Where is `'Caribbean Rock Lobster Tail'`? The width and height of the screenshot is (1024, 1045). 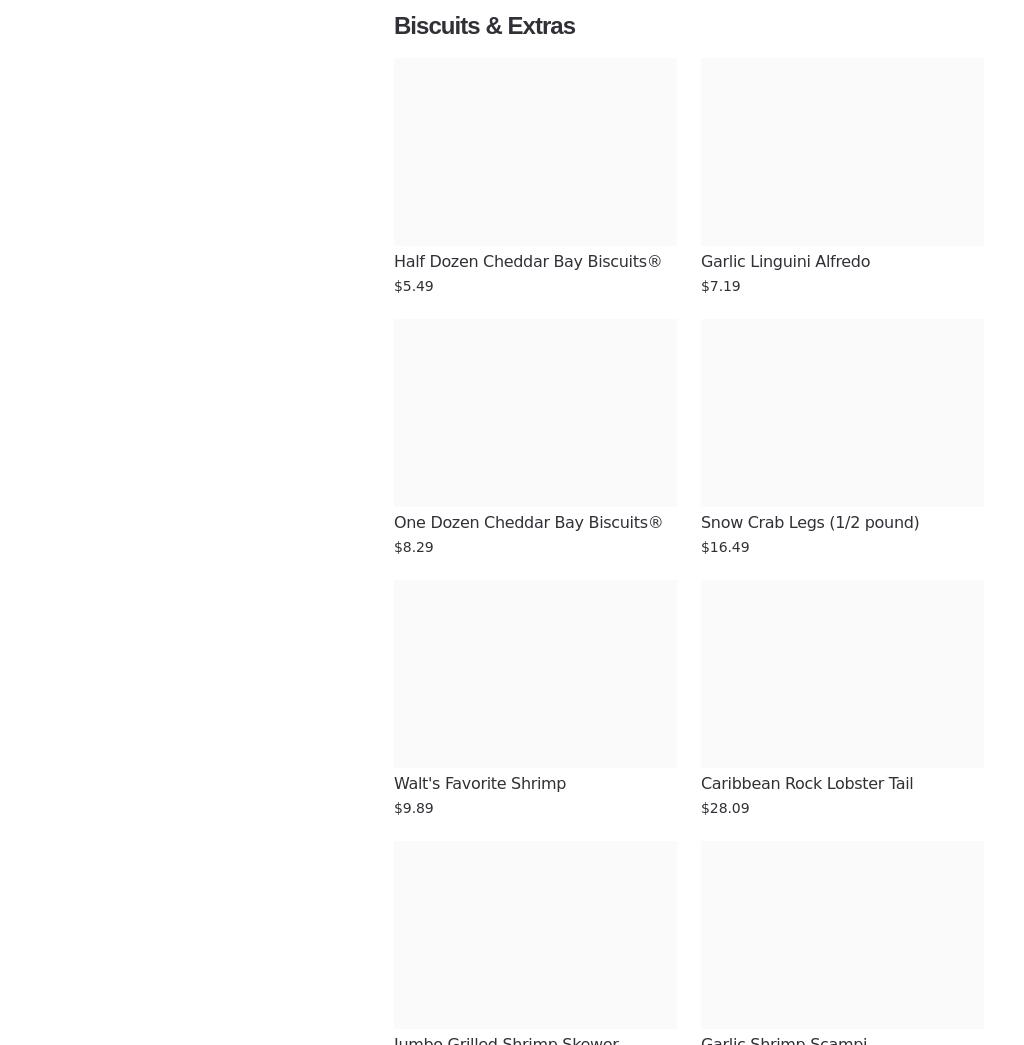
'Caribbean Rock Lobster Tail' is located at coordinates (807, 783).